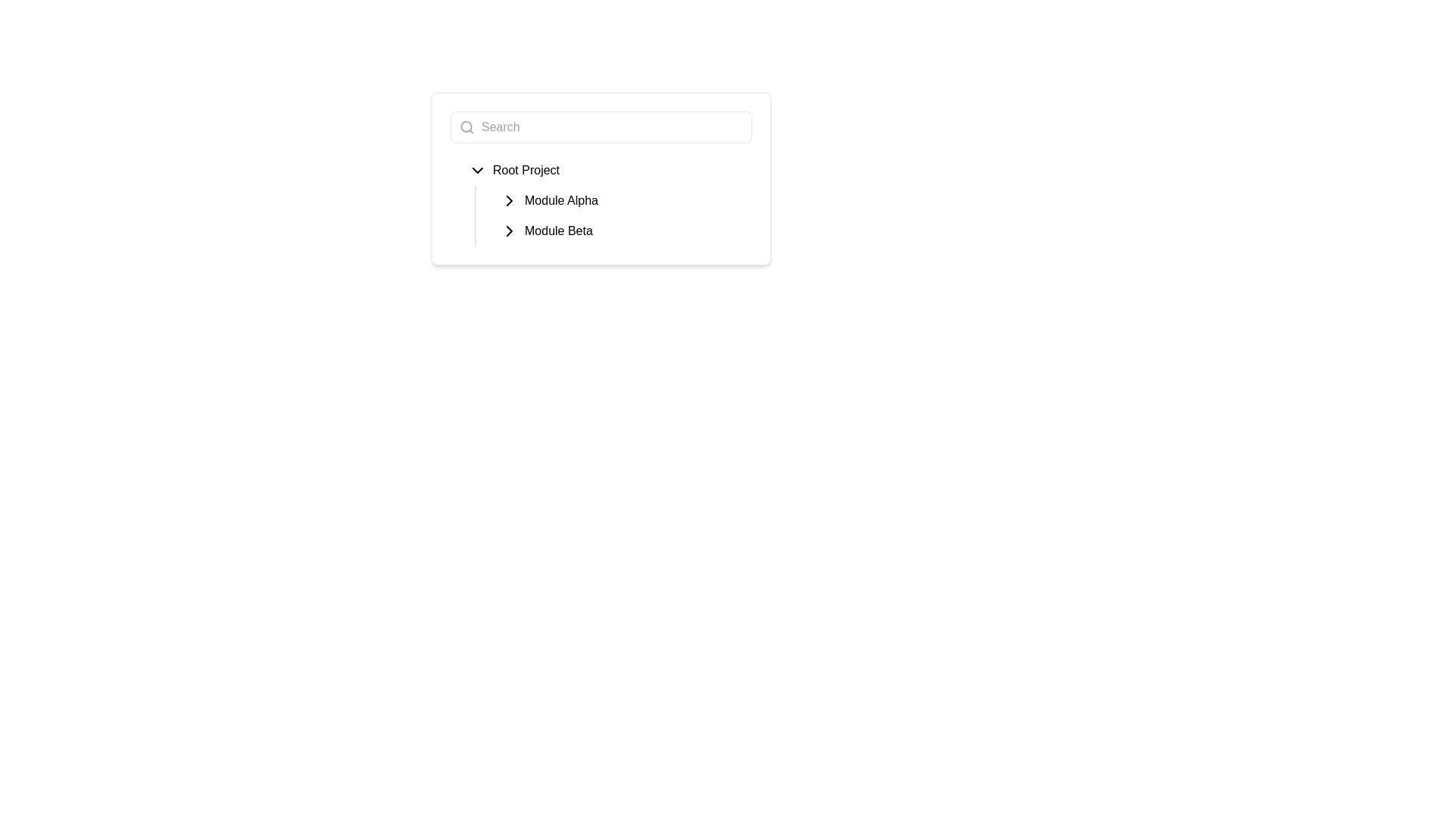 This screenshot has height=819, width=1456. What do you see at coordinates (557, 231) in the screenshot?
I see `the 'Module Beta' text label, which is styled with black text on a white background and is positioned next to a chevron icon` at bounding box center [557, 231].